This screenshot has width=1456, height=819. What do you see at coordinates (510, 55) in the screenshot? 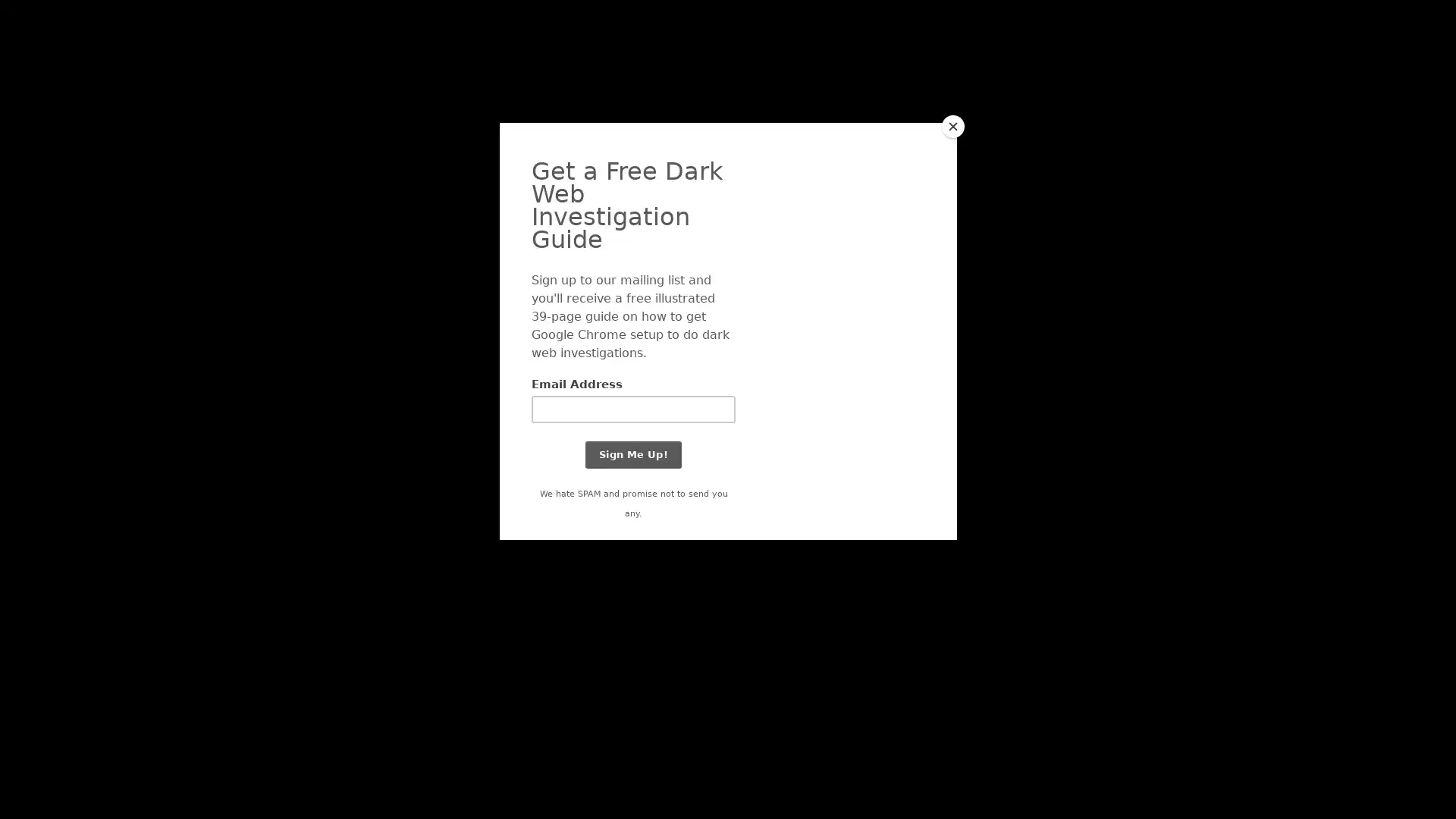
I see `Your Industry` at bounding box center [510, 55].